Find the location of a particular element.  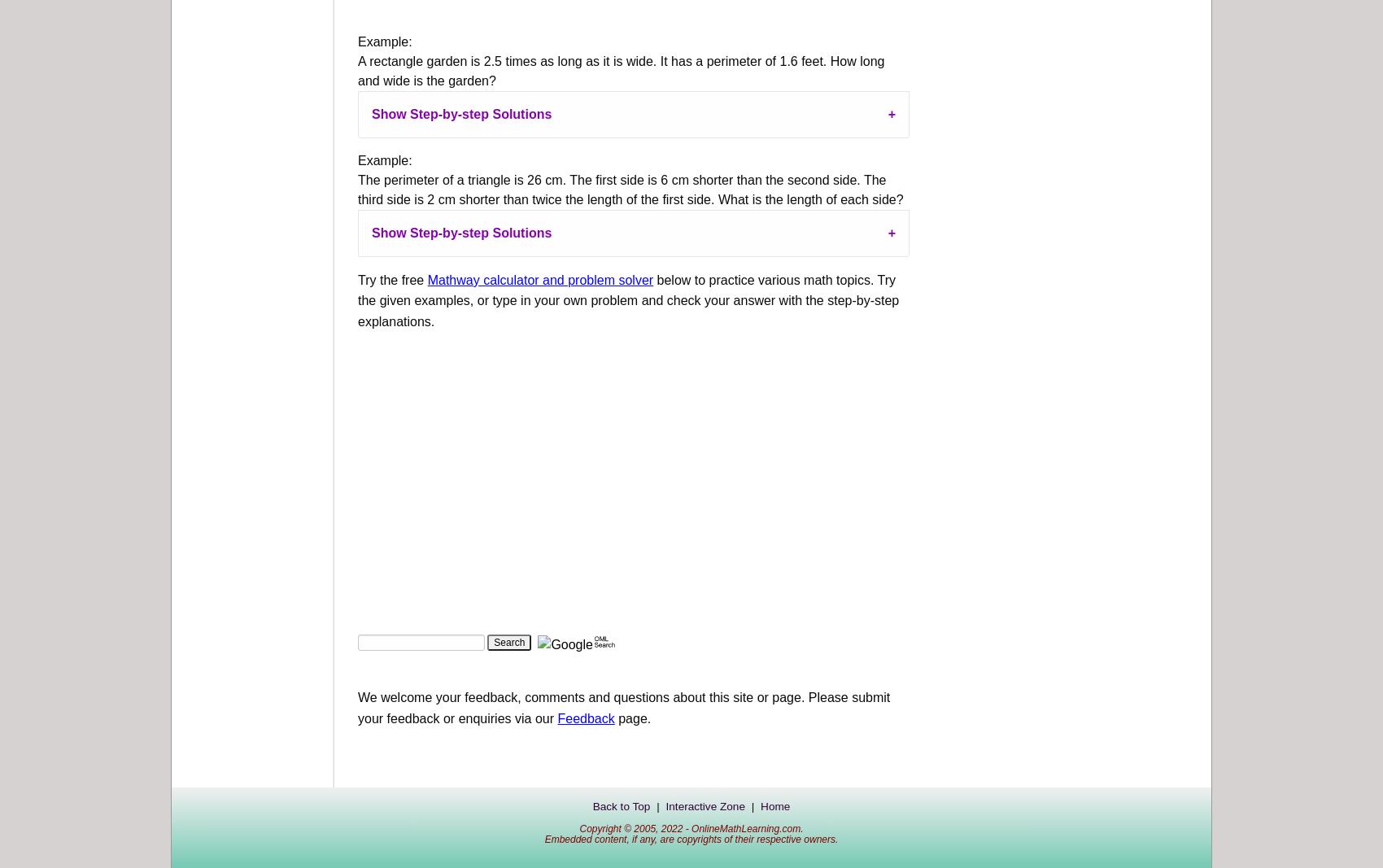

'Mathway calculator and
problem solver' is located at coordinates (540, 279).